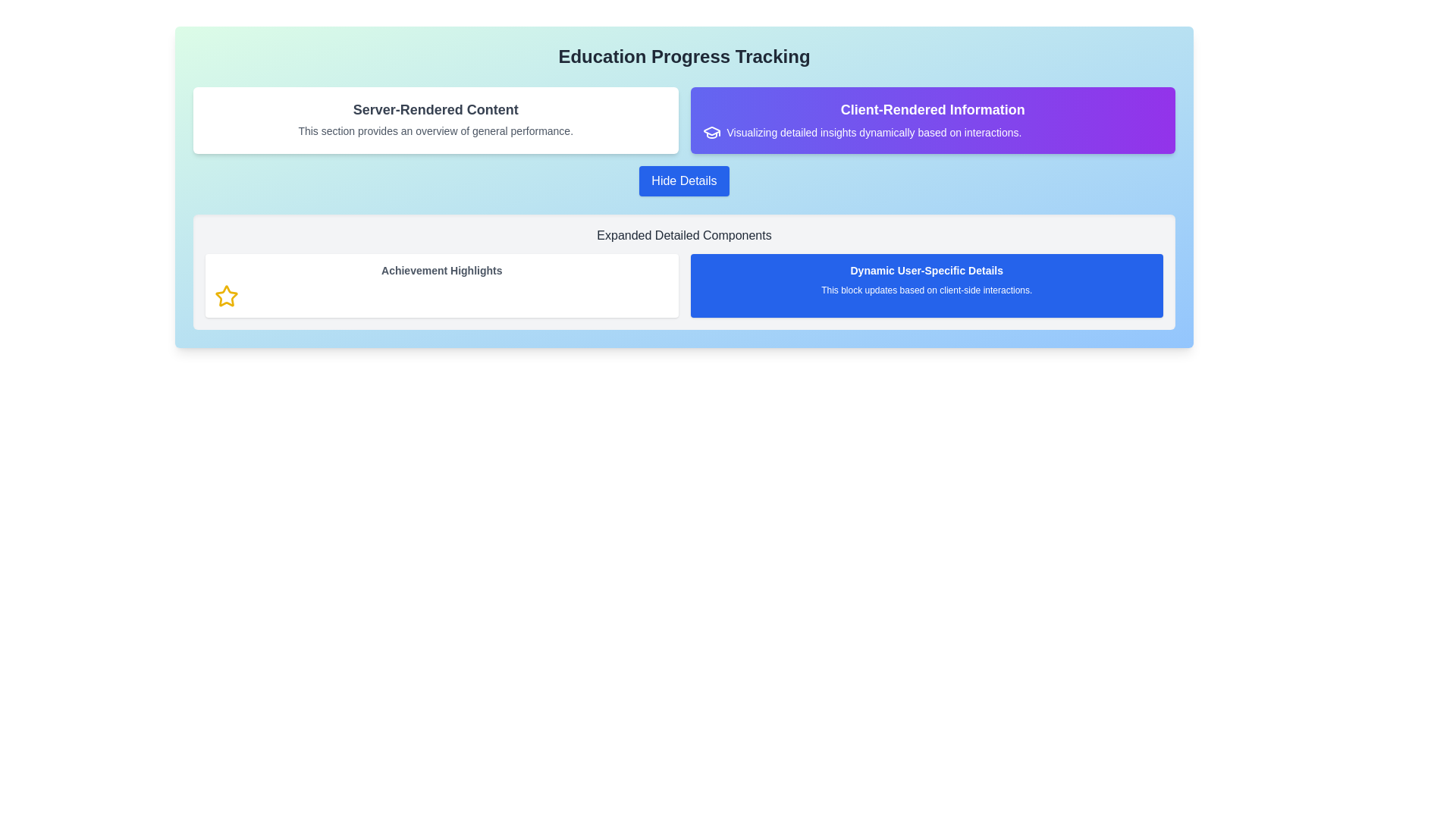  Describe the element at coordinates (683, 236) in the screenshot. I see `the title/header text label element that serves as a descriptive label for the section, located centrally above 'Achievement Highlights' and 'Dynamic User-Specific Details'` at that location.